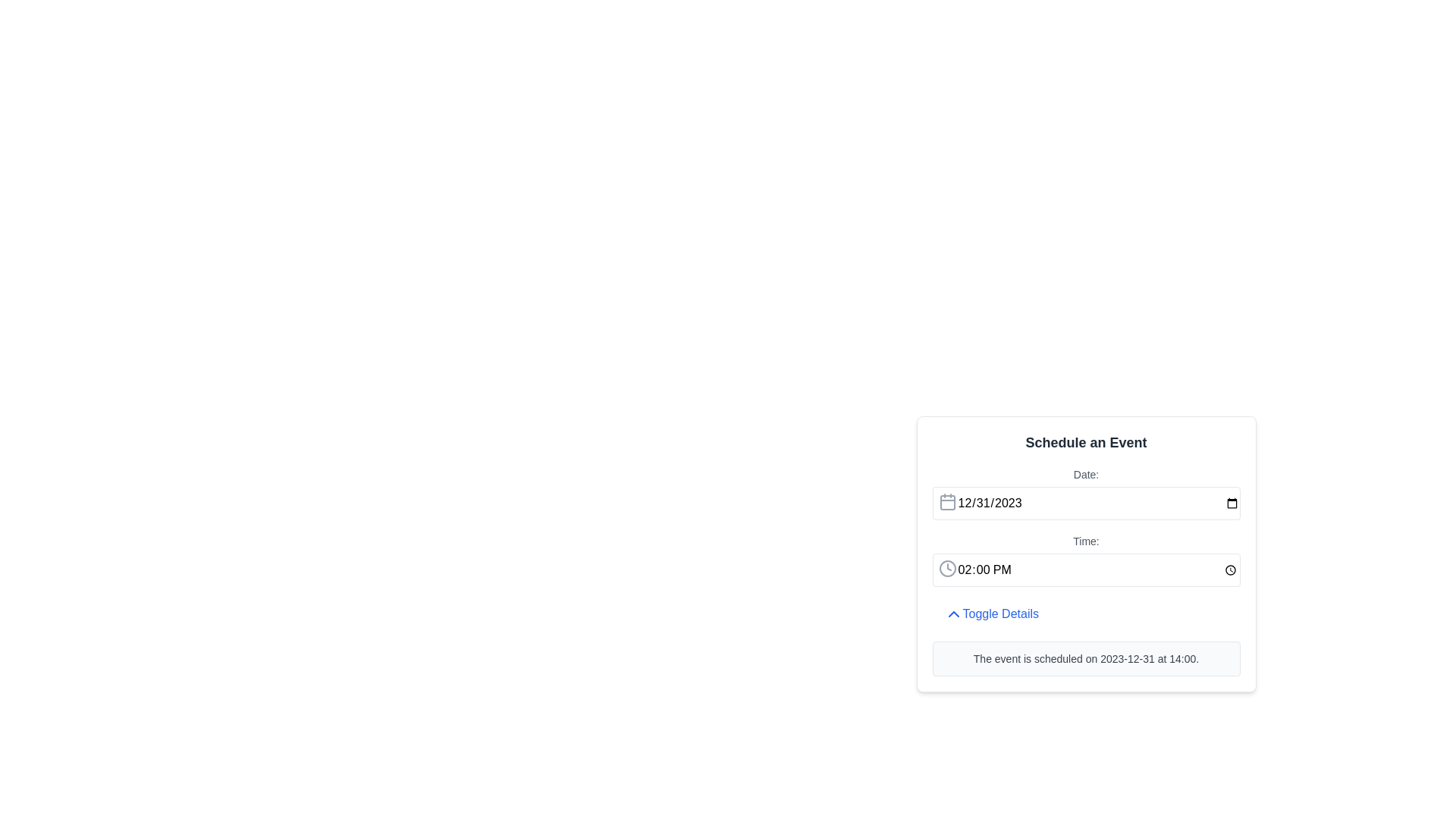 This screenshot has height=819, width=1456. What do you see at coordinates (946, 502) in the screenshot?
I see `the adjacent text input field by clicking the date selection icon located at the top-left inside the input field` at bounding box center [946, 502].